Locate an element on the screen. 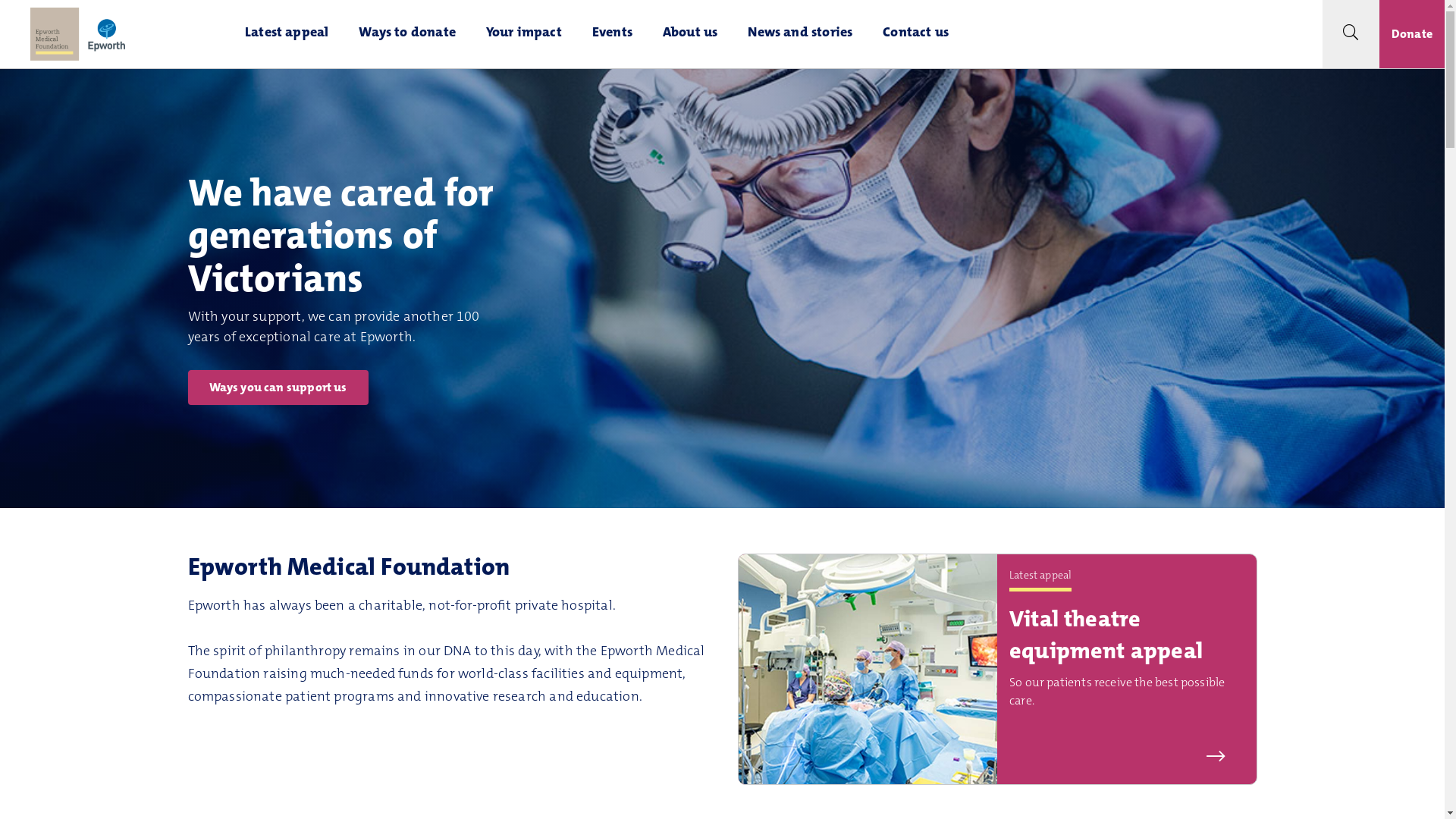  'Events' is located at coordinates (612, 34).